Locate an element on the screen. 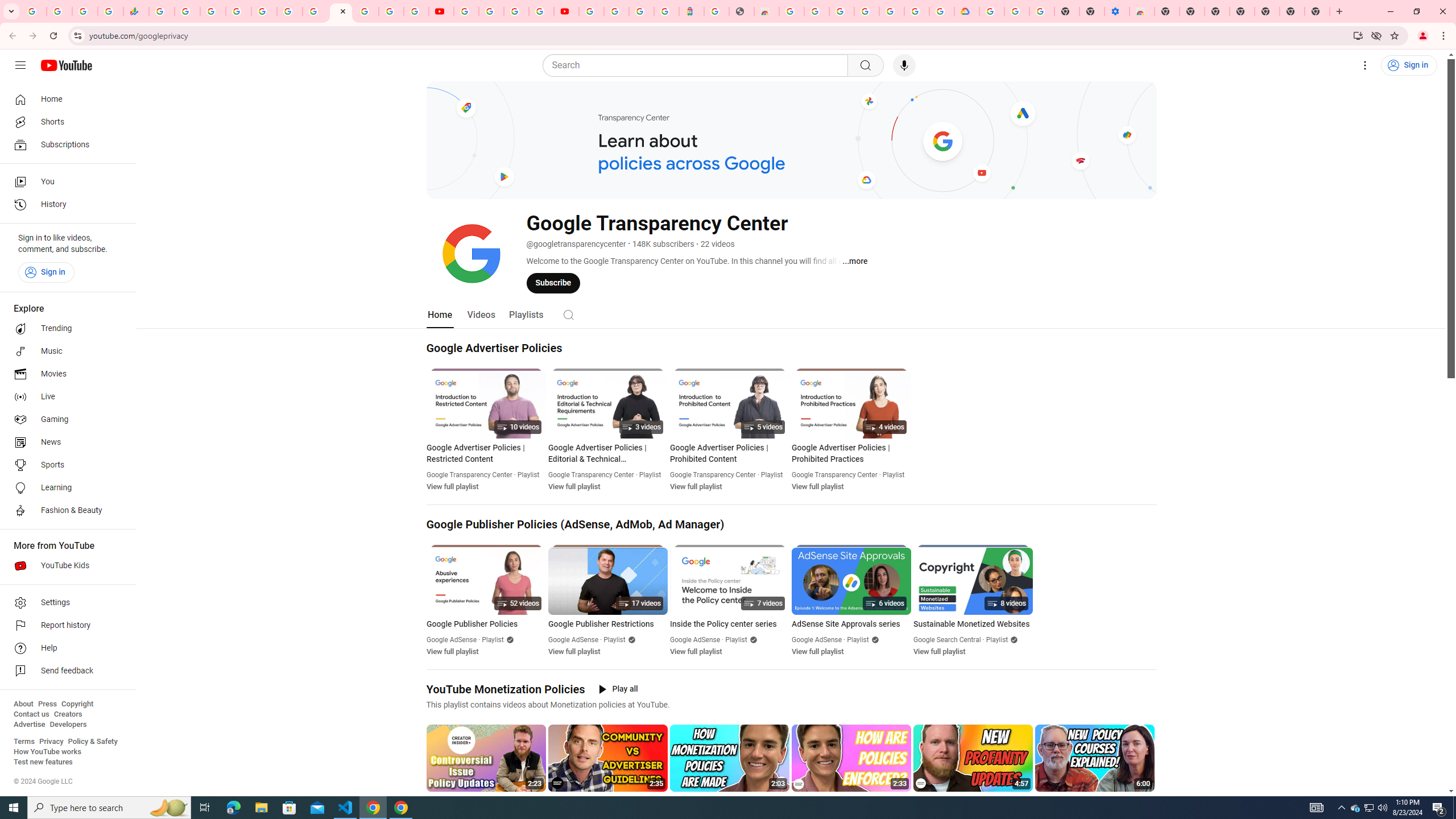  'Policy & Safety' is located at coordinates (92, 741).